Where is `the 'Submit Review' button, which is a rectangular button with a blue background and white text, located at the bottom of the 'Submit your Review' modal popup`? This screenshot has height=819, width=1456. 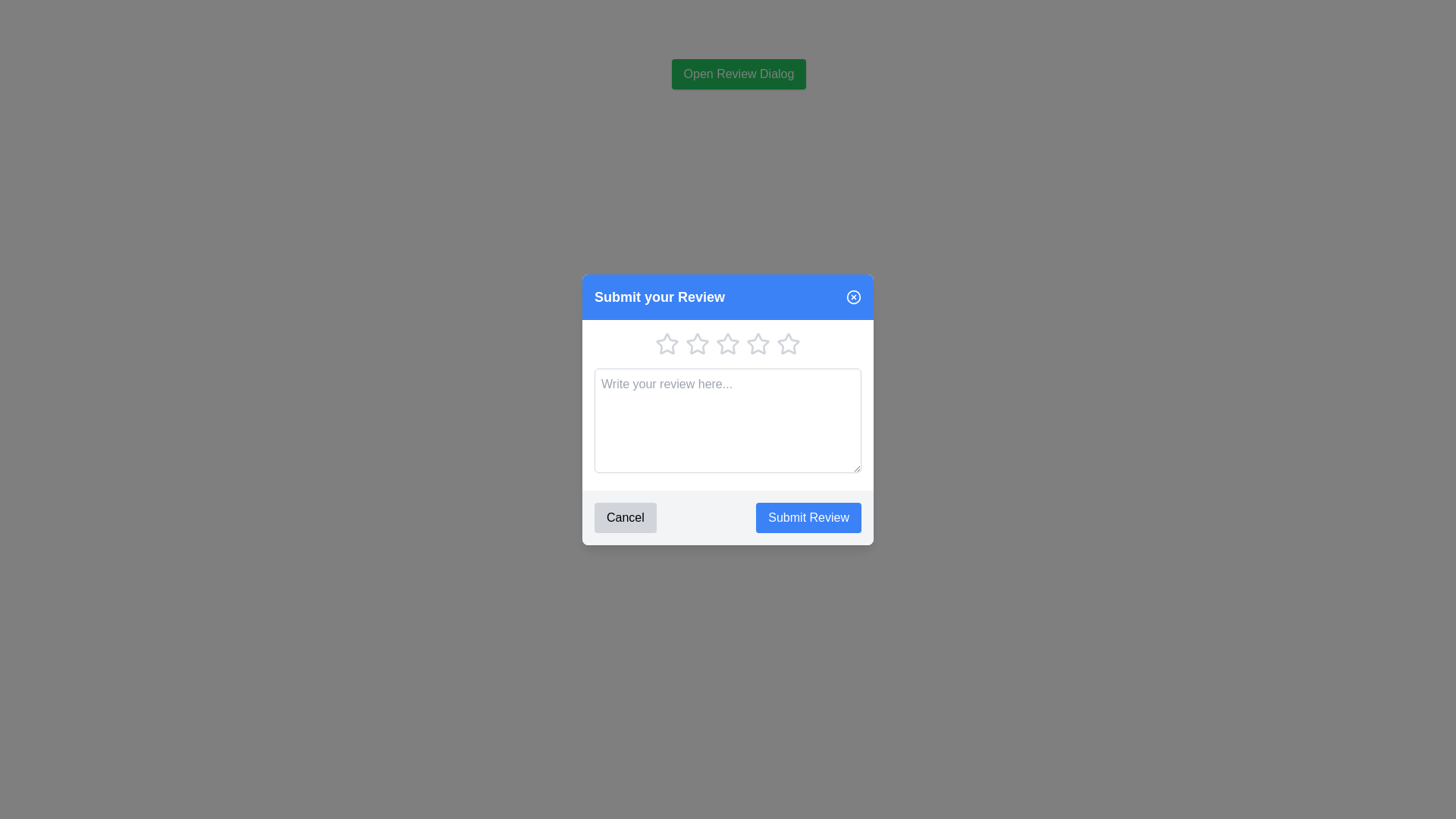
the 'Submit Review' button, which is a rectangular button with a blue background and white text, located at the bottom of the 'Submit your Review' modal popup is located at coordinates (808, 516).